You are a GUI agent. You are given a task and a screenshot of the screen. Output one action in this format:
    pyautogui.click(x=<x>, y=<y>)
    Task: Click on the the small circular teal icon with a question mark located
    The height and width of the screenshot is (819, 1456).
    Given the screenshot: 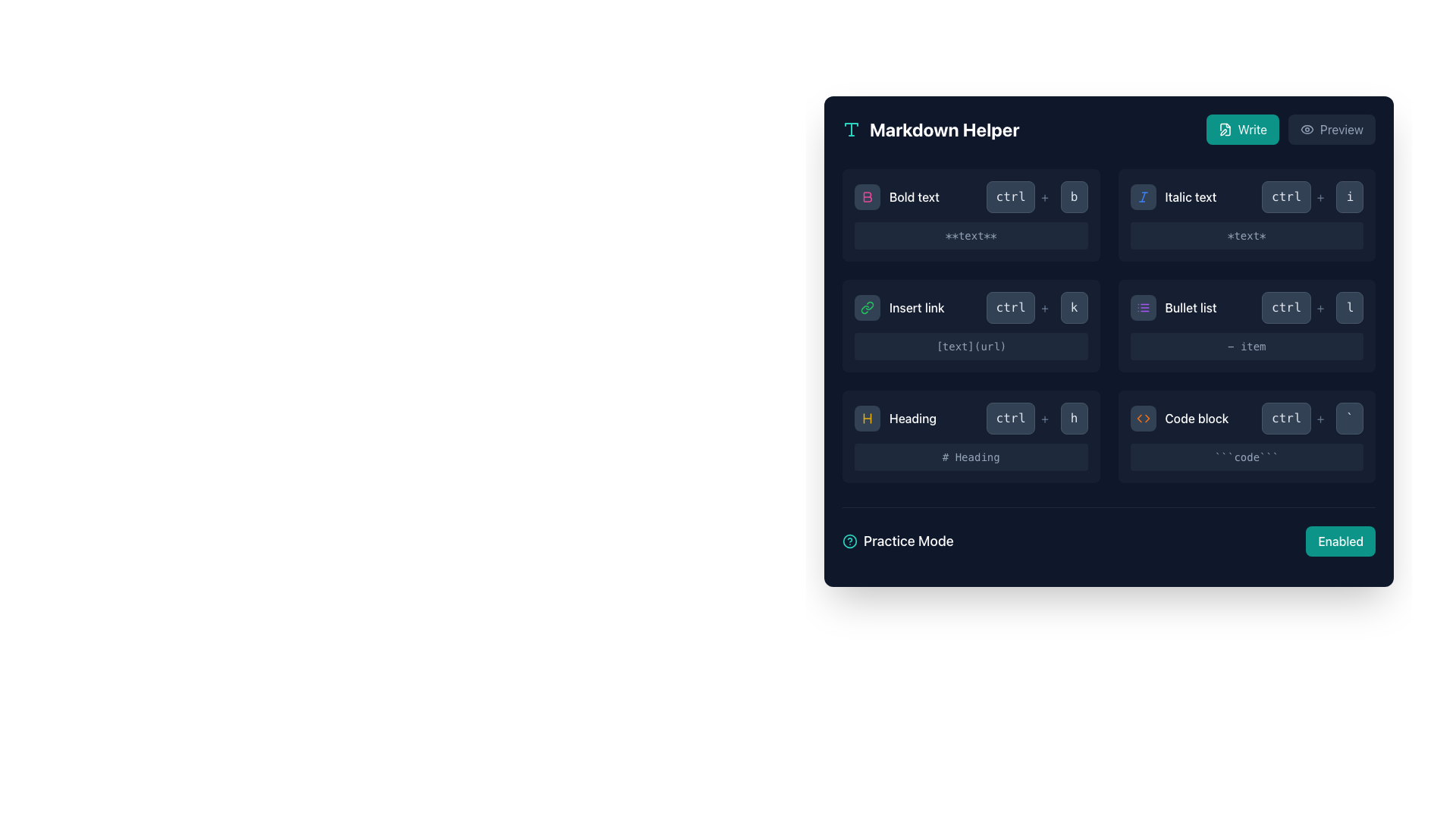 What is the action you would take?
    pyautogui.click(x=850, y=540)
    